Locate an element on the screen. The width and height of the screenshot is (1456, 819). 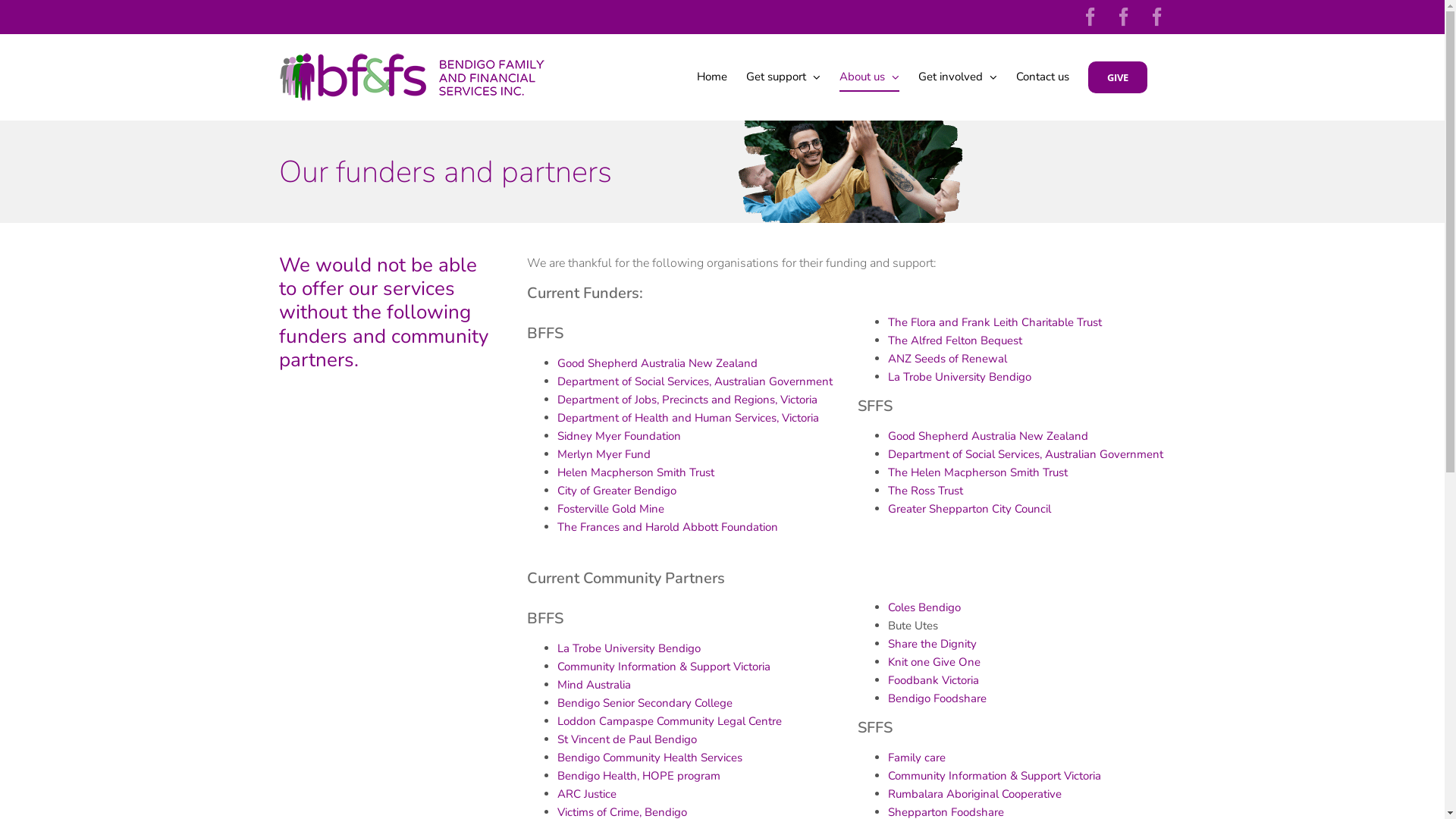
'Fosterville Gold Mine' is located at coordinates (556, 509).